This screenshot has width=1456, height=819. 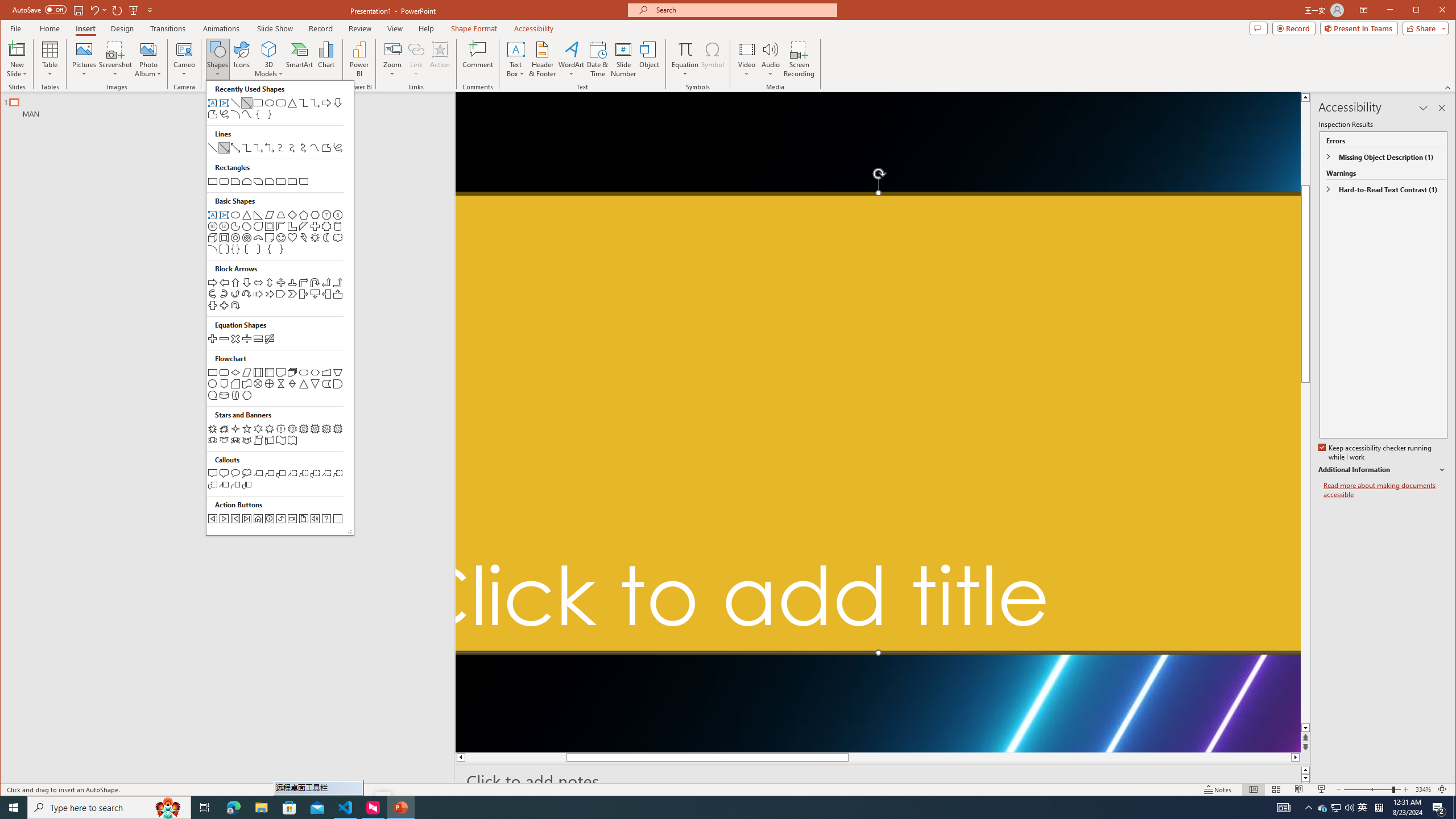 What do you see at coordinates (183, 48) in the screenshot?
I see `'Cameo'` at bounding box center [183, 48].